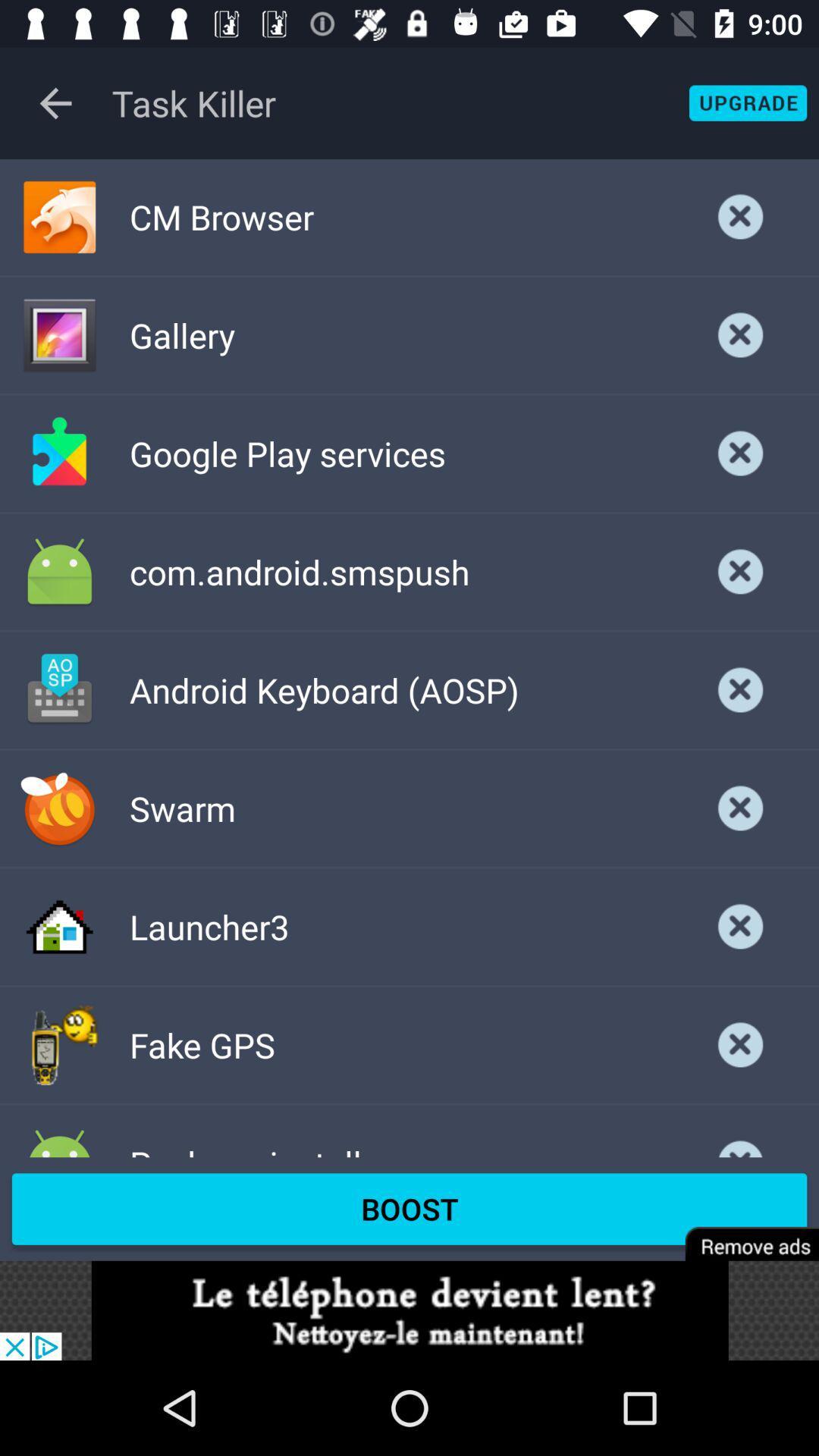  I want to click on app, so click(740, 689).